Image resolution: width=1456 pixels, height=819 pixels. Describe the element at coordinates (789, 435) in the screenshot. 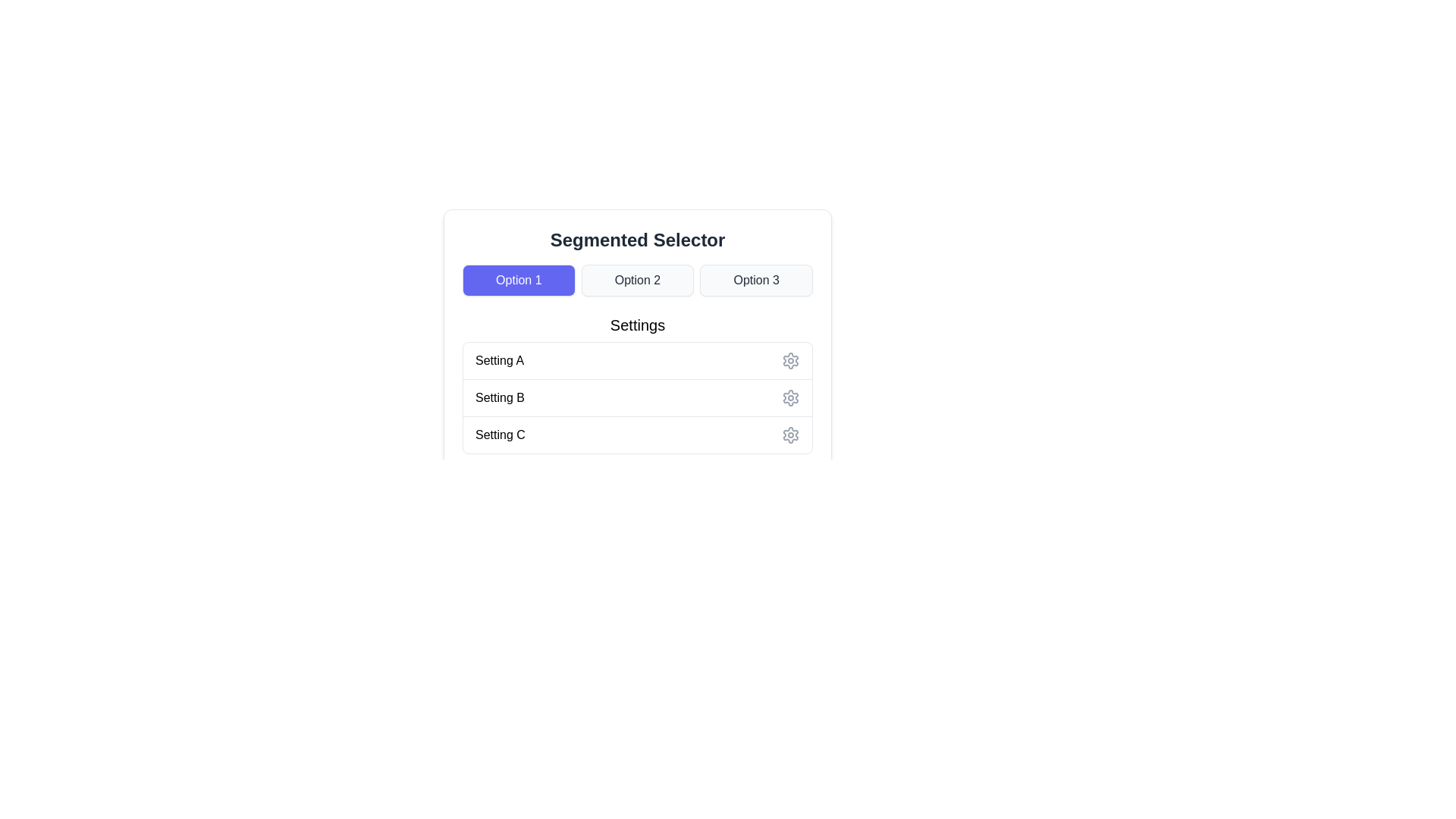

I see `the settings icon for 'Setting C' located at the far-right end of the third row in the settings list` at that location.